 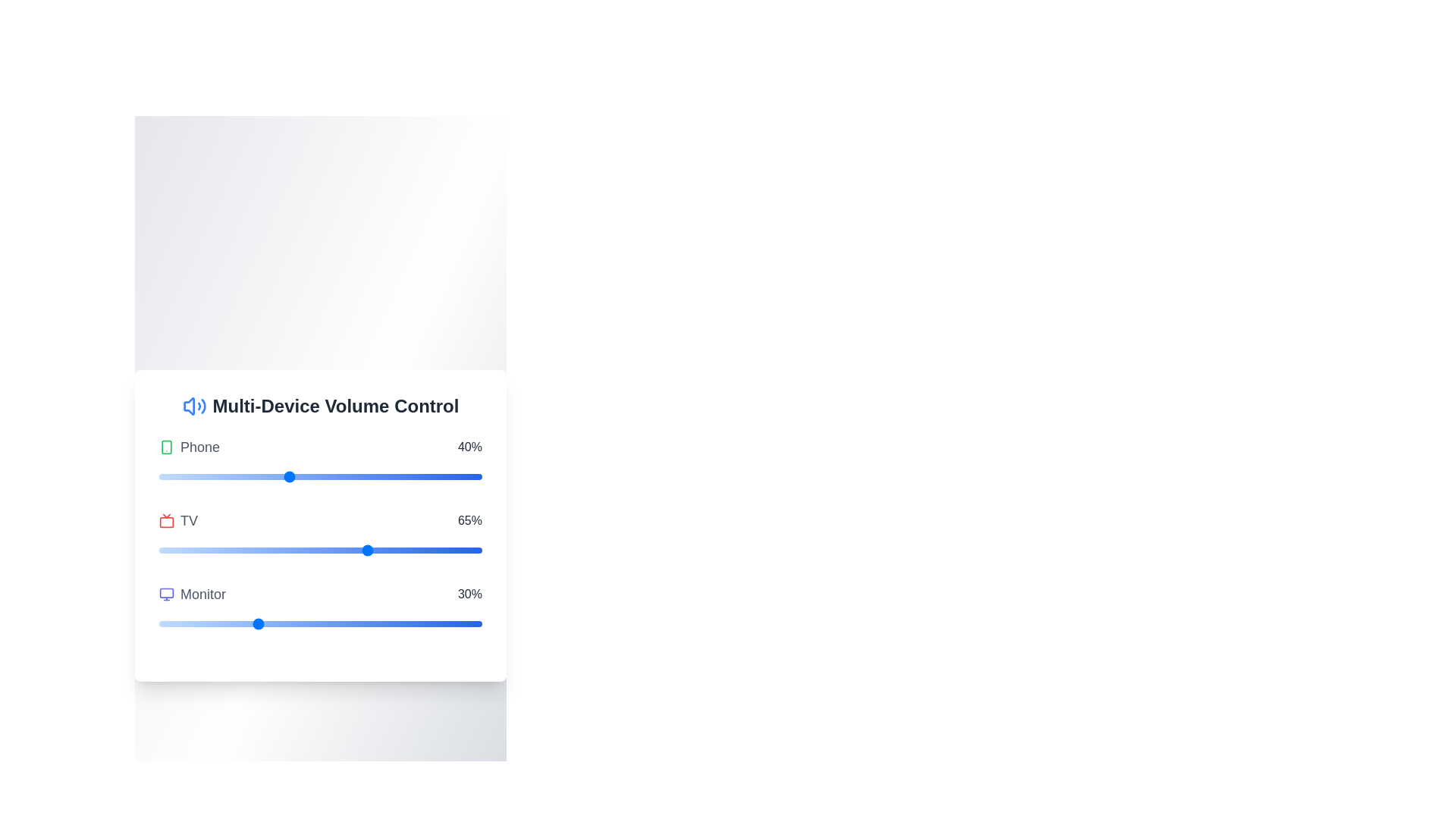 I want to click on the Text Display element that shows '30%' in dark gray, positioned at the right end of the Multi-Device Volume Control interface, so click(x=469, y=593).